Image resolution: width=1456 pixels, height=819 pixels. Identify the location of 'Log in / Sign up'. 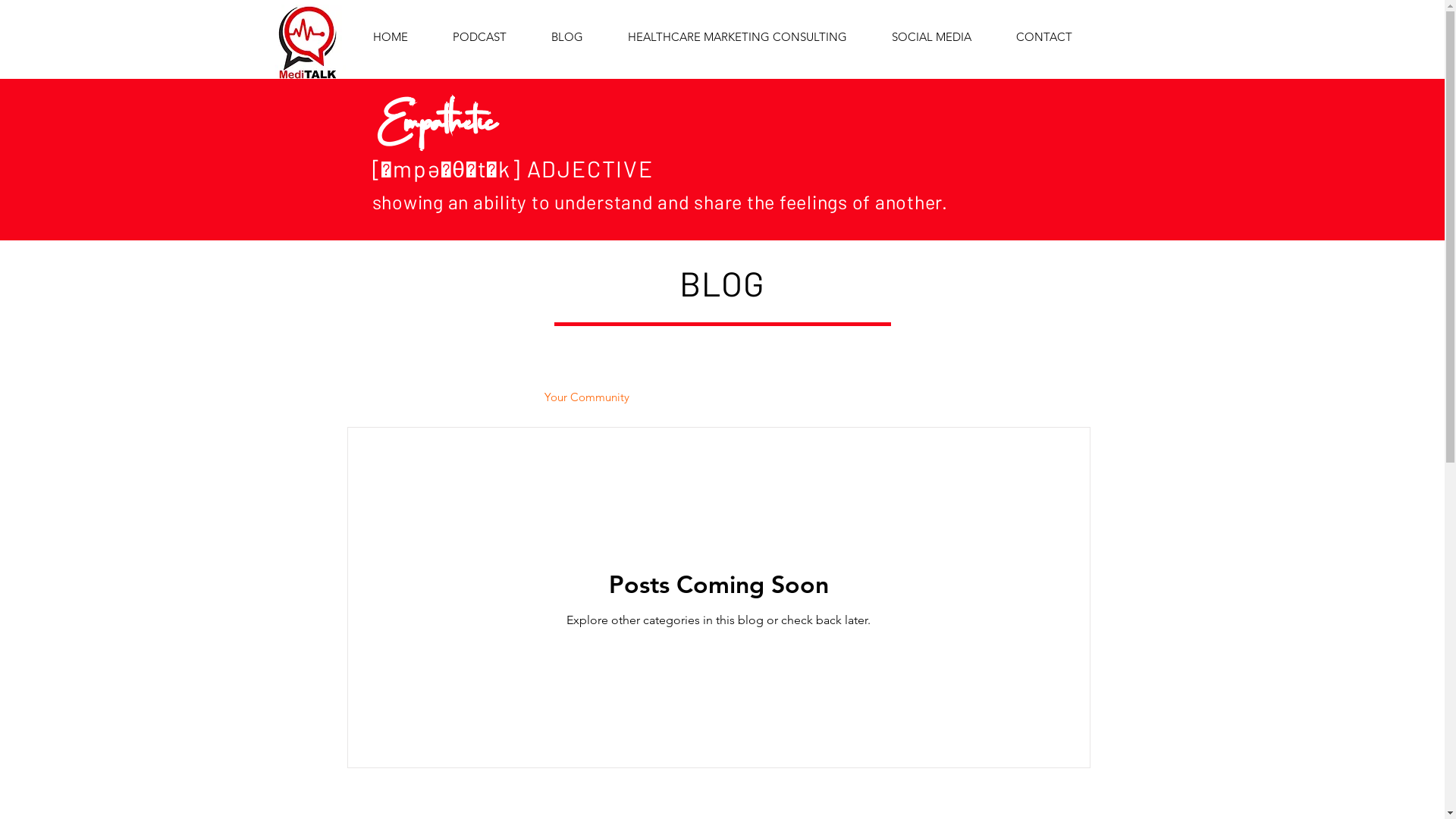
(1017, 396).